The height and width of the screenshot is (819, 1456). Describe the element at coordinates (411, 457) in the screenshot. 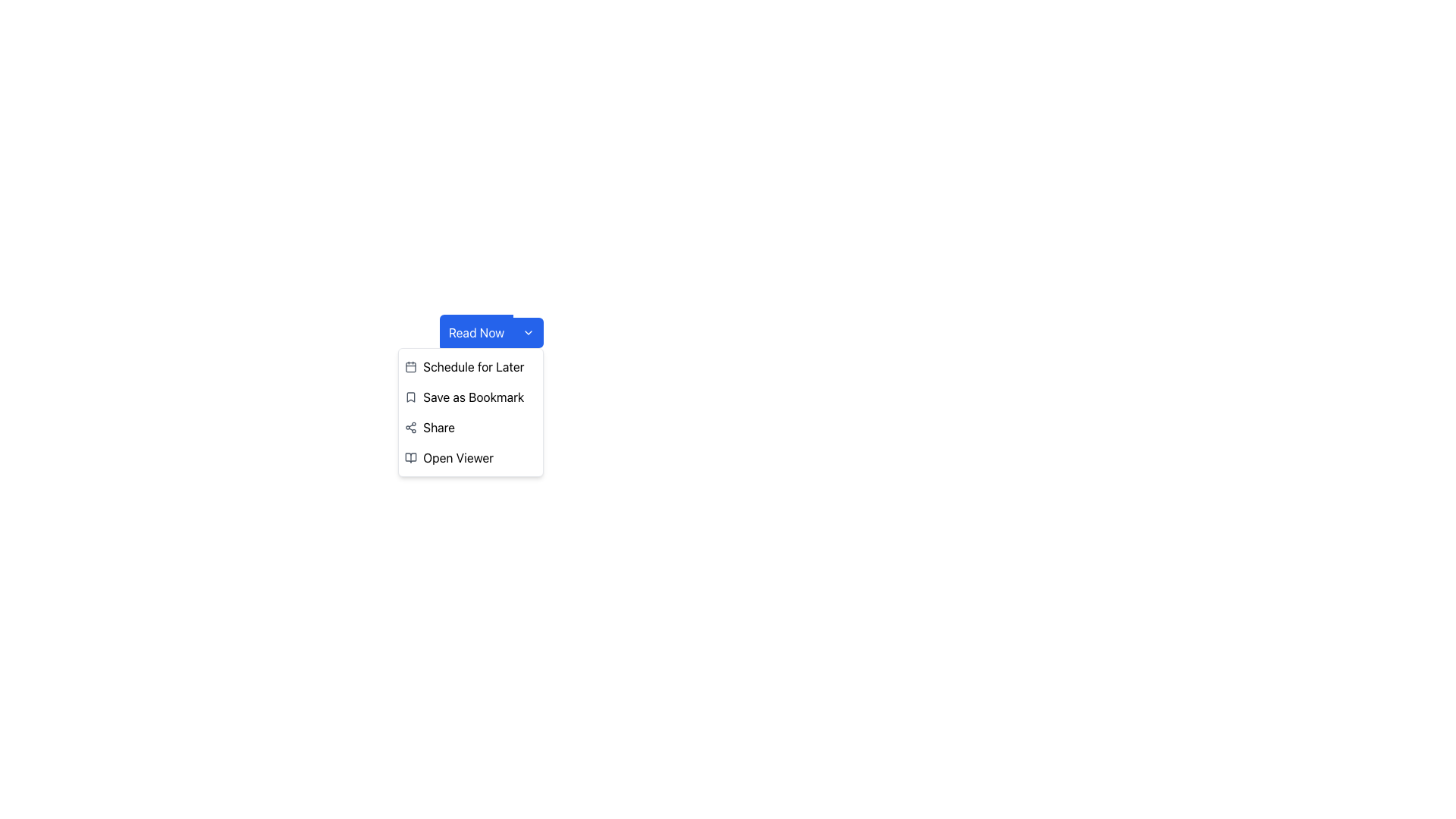

I see `the open book icon located near the bottom right corner of the menu` at that location.